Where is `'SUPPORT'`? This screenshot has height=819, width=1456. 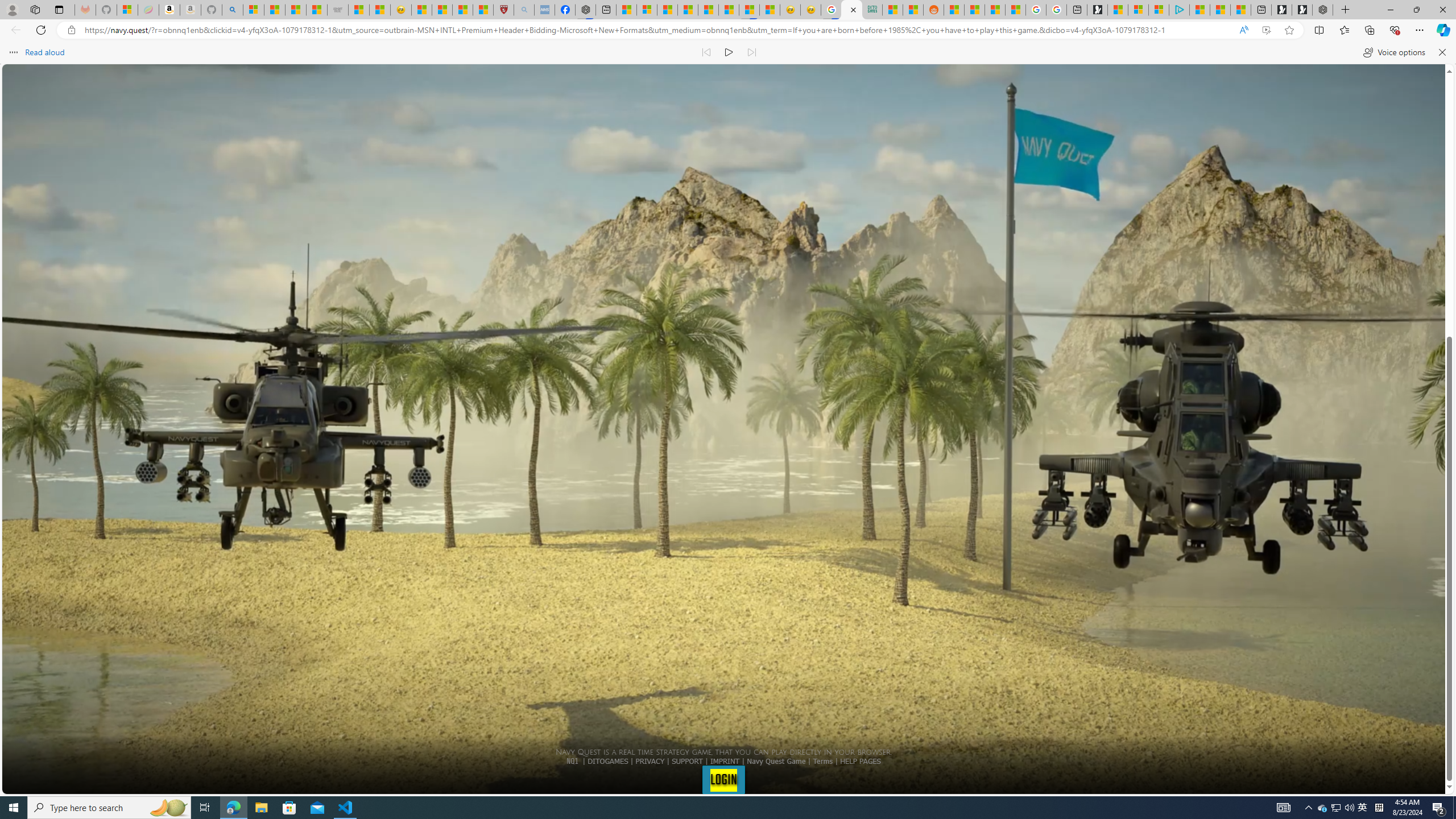 'SUPPORT' is located at coordinates (686, 760).